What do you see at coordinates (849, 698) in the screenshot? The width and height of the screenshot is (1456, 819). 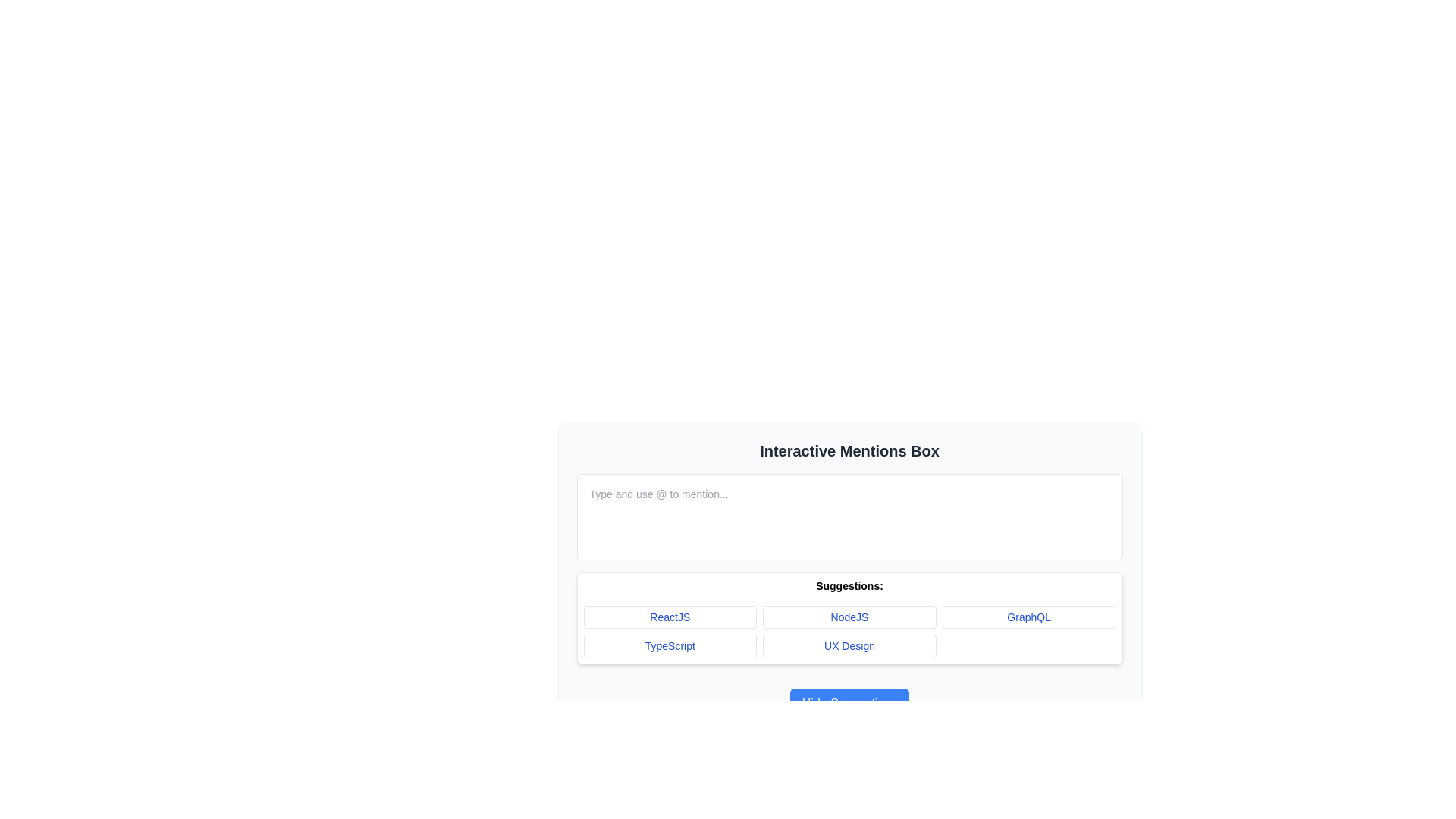 I see `the rectangular button with a blue background and white text reading 'Hide Suggestions'` at bounding box center [849, 698].